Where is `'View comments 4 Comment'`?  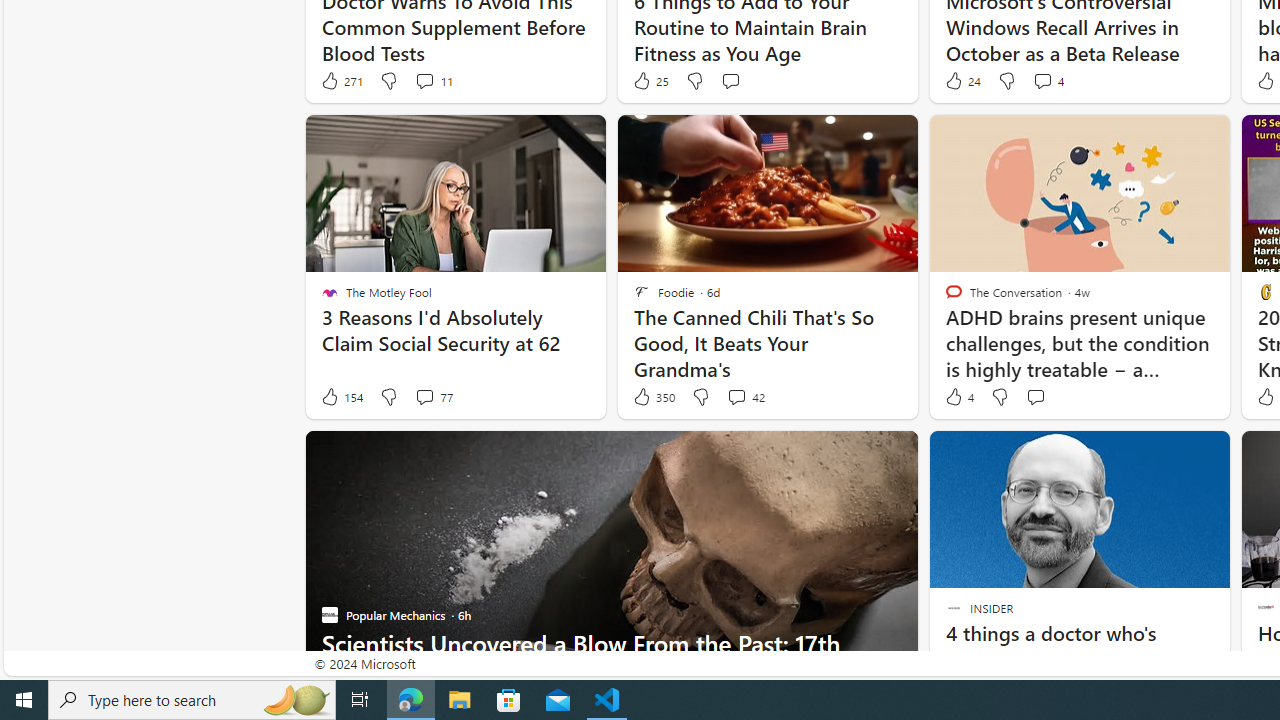 'View comments 4 Comment' is located at coordinates (1047, 80).